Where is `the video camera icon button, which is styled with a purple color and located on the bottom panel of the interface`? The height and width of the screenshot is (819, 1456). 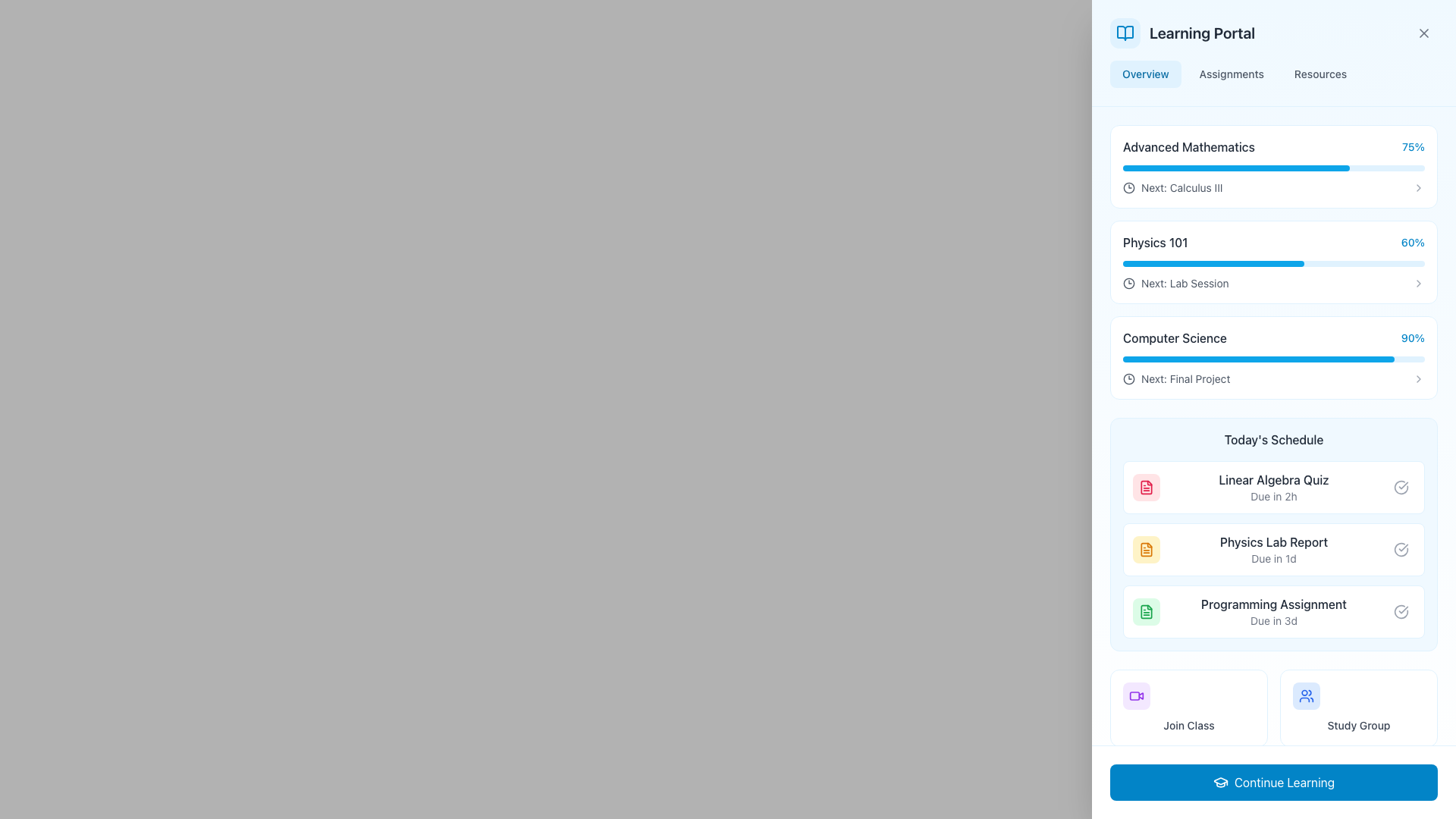
the video camera icon button, which is styled with a purple color and located on the bottom panel of the interface is located at coordinates (1136, 696).